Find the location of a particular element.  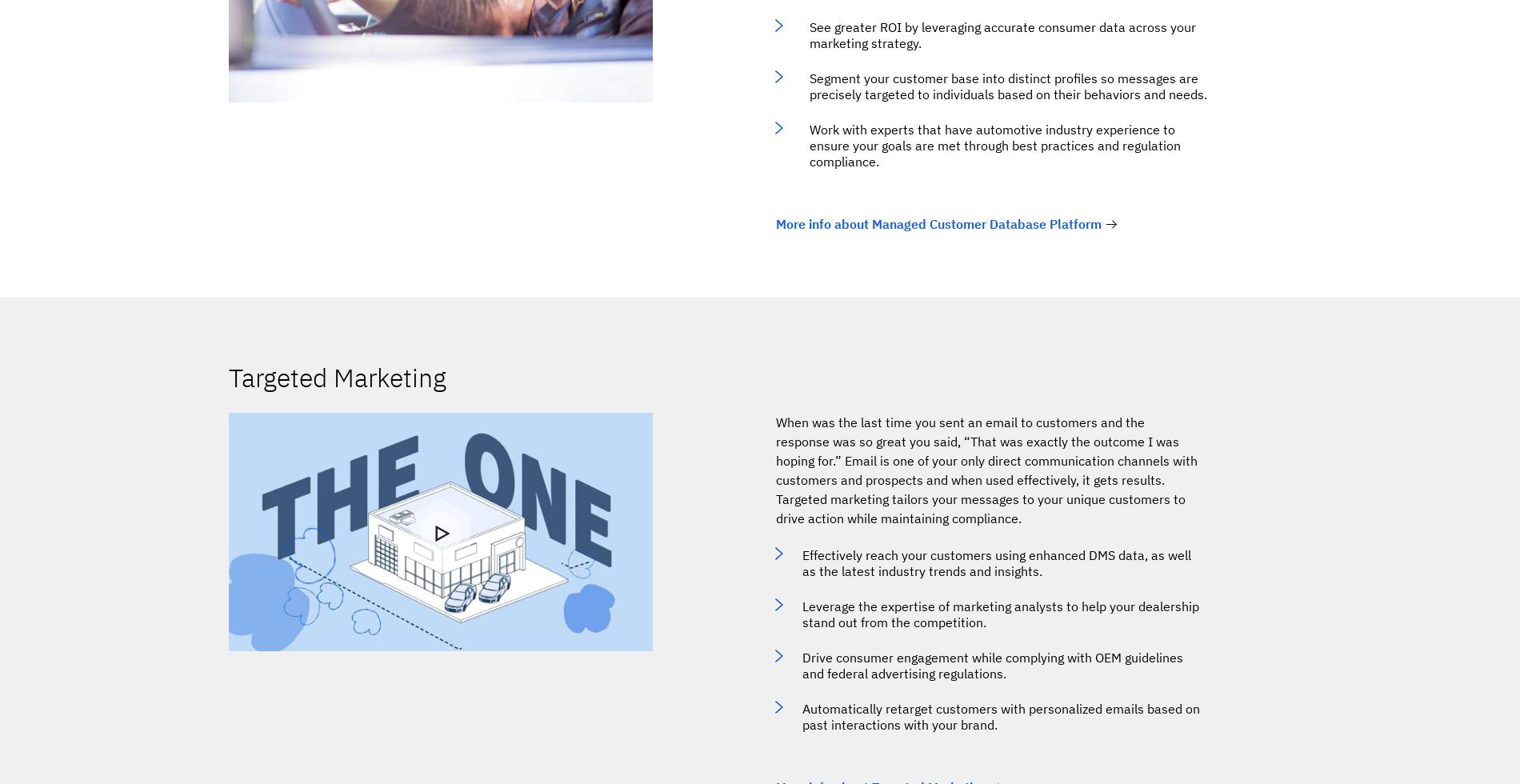

'Segment your customer base into distinct profiles so messages are precisely targeted to individuals based on their behaviors and needs.' is located at coordinates (1007, 86).